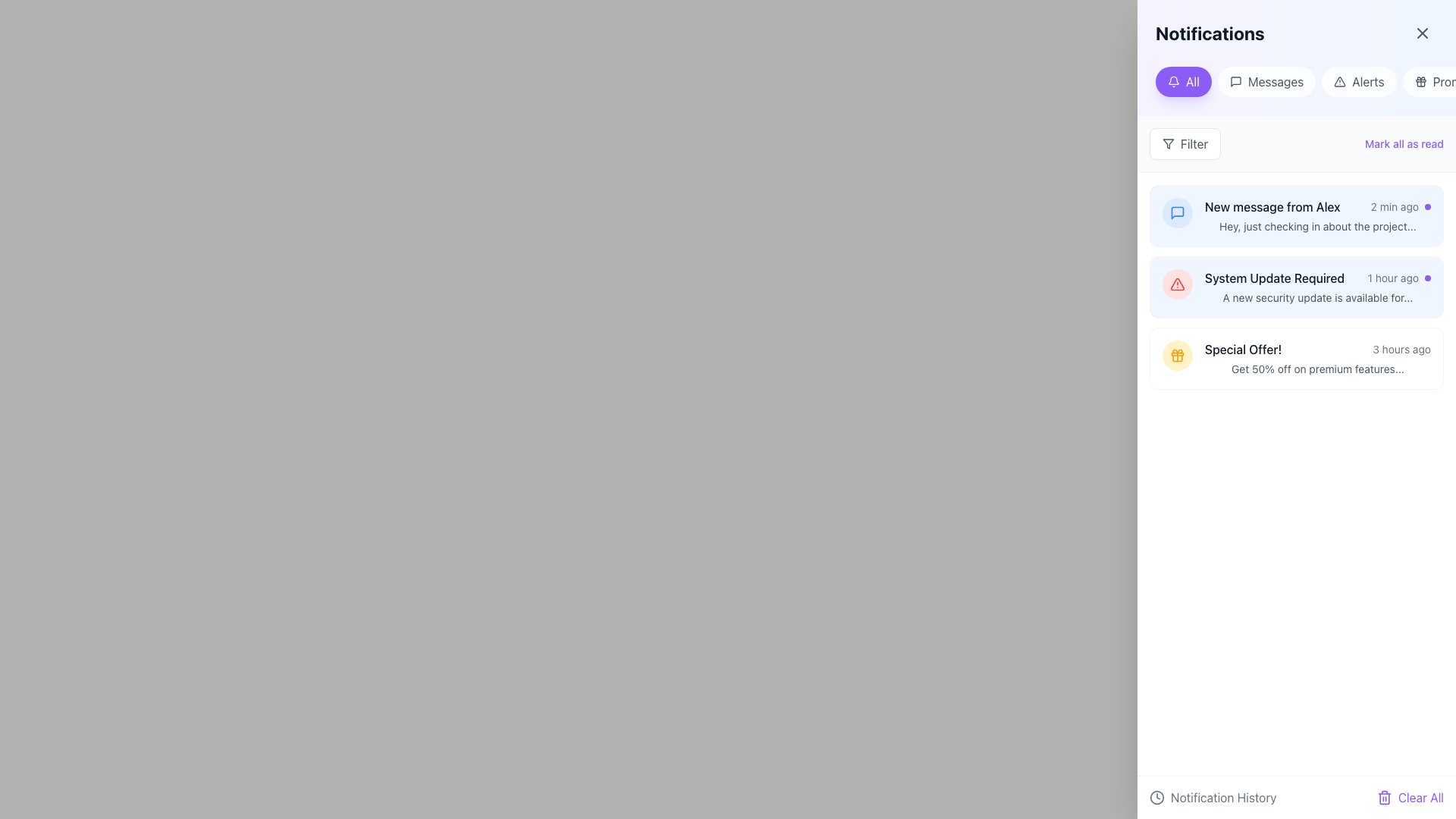 Image resolution: width=1456 pixels, height=819 pixels. Describe the element at coordinates (1177, 213) in the screenshot. I see `the speech bubble icon` at that location.